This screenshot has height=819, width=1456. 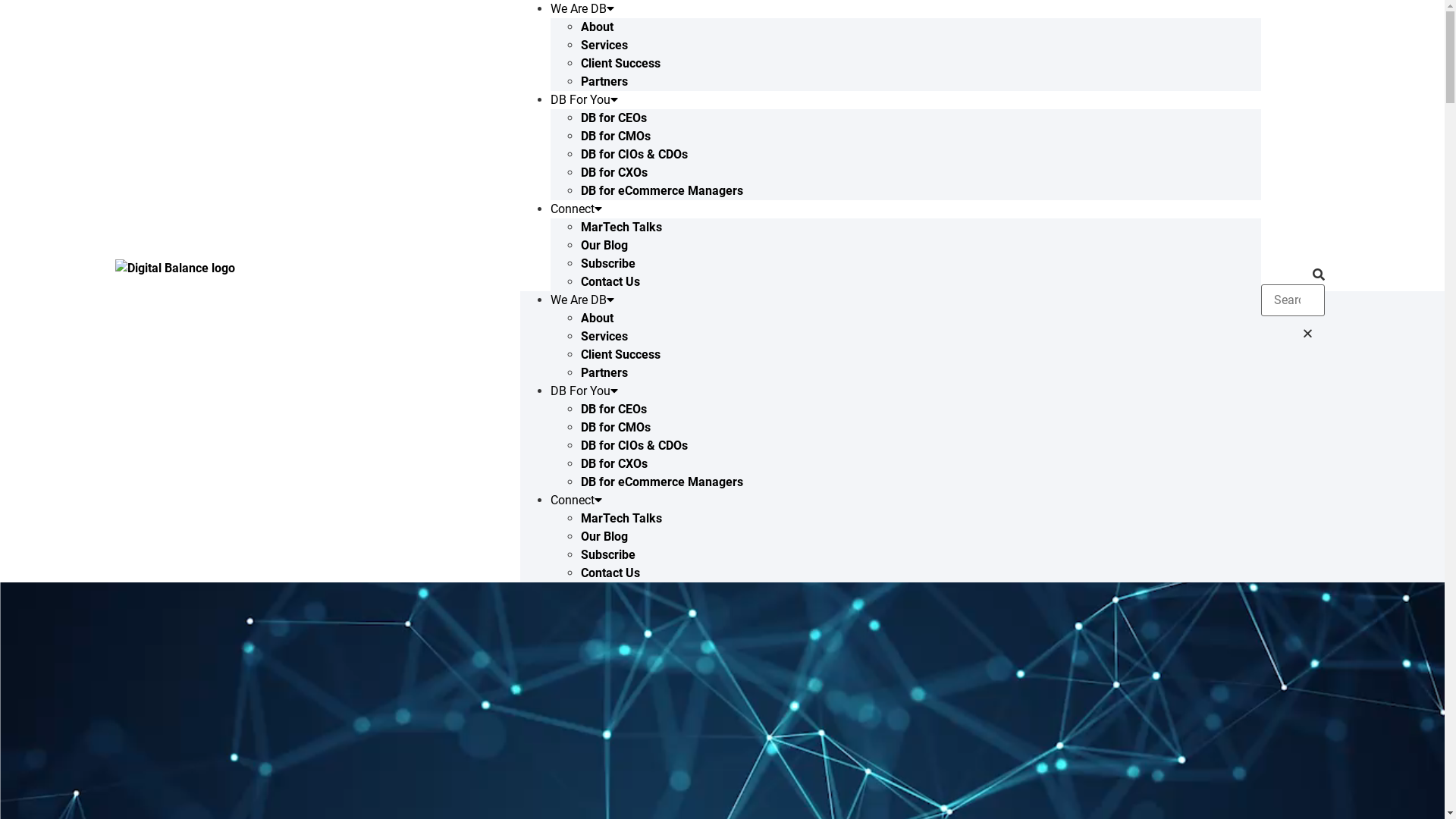 I want to click on 'DB for eCommerce Managers', so click(x=662, y=190).